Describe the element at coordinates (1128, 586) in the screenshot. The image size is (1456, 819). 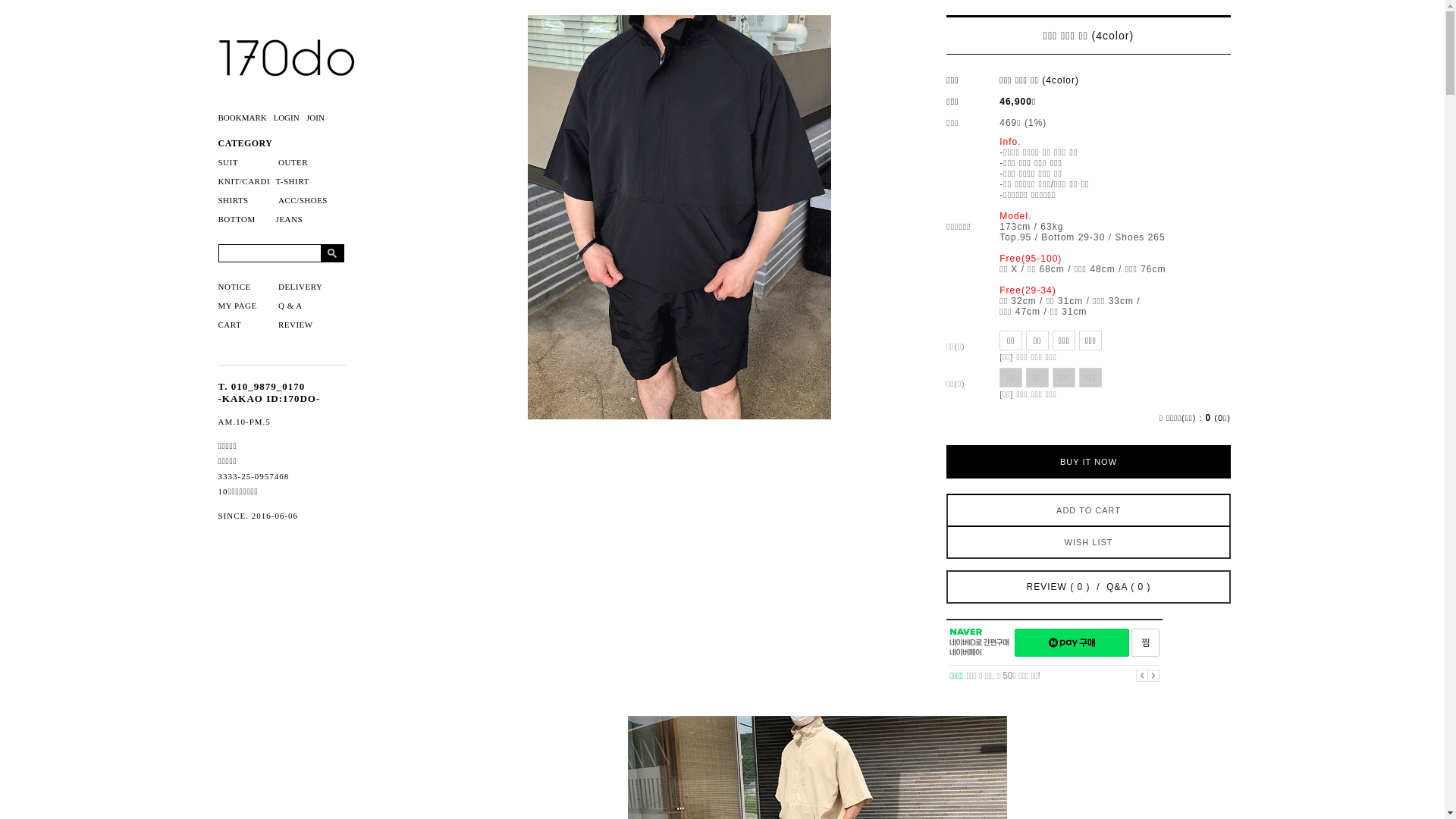
I see `'Q&A ( 0 )'` at that location.